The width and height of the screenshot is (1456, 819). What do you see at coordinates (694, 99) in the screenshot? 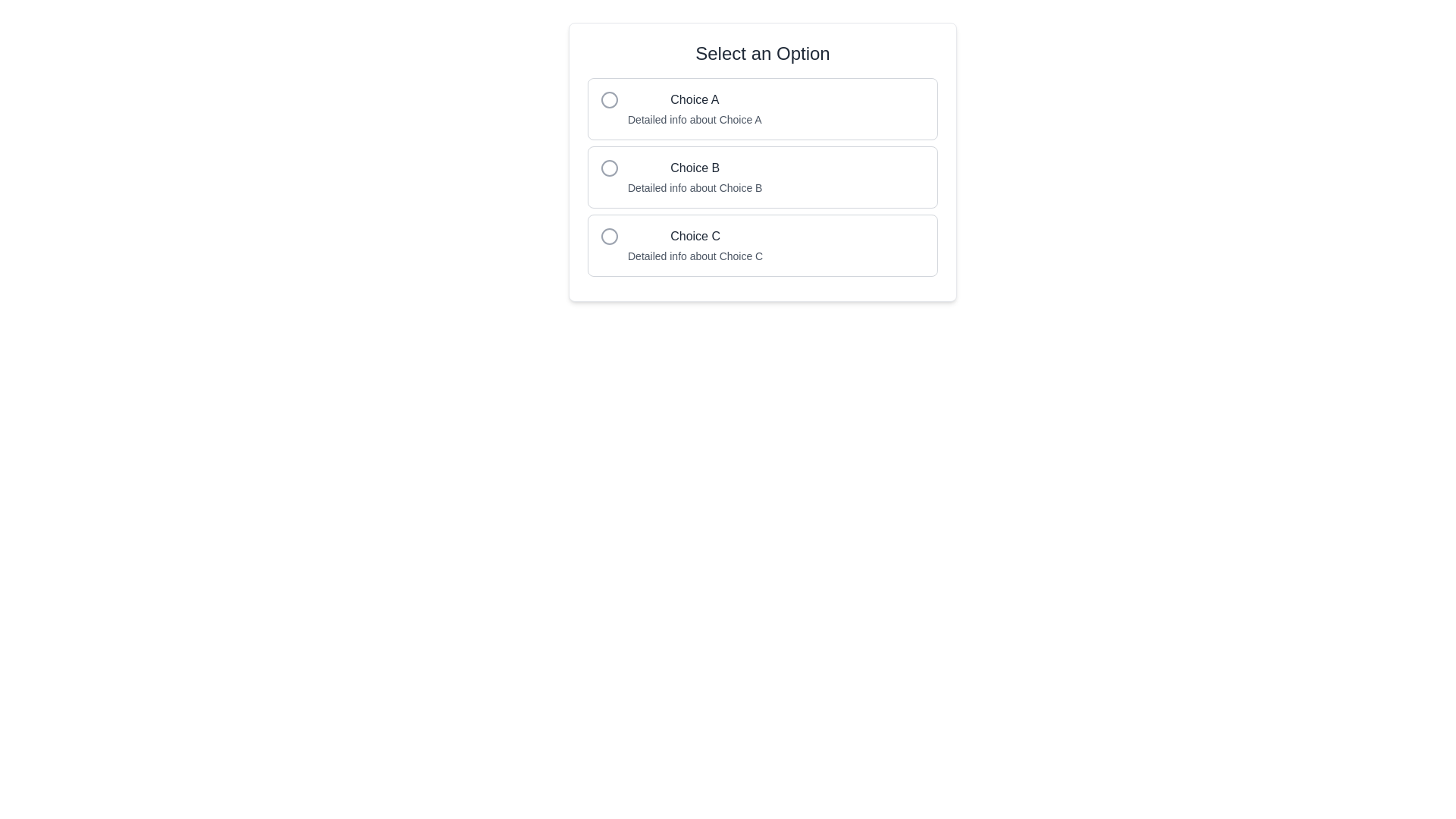
I see `the text label displaying 'Choice A', which is styled in bold dark gray and serves as the title for a grouped radio button option` at bounding box center [694, 99].